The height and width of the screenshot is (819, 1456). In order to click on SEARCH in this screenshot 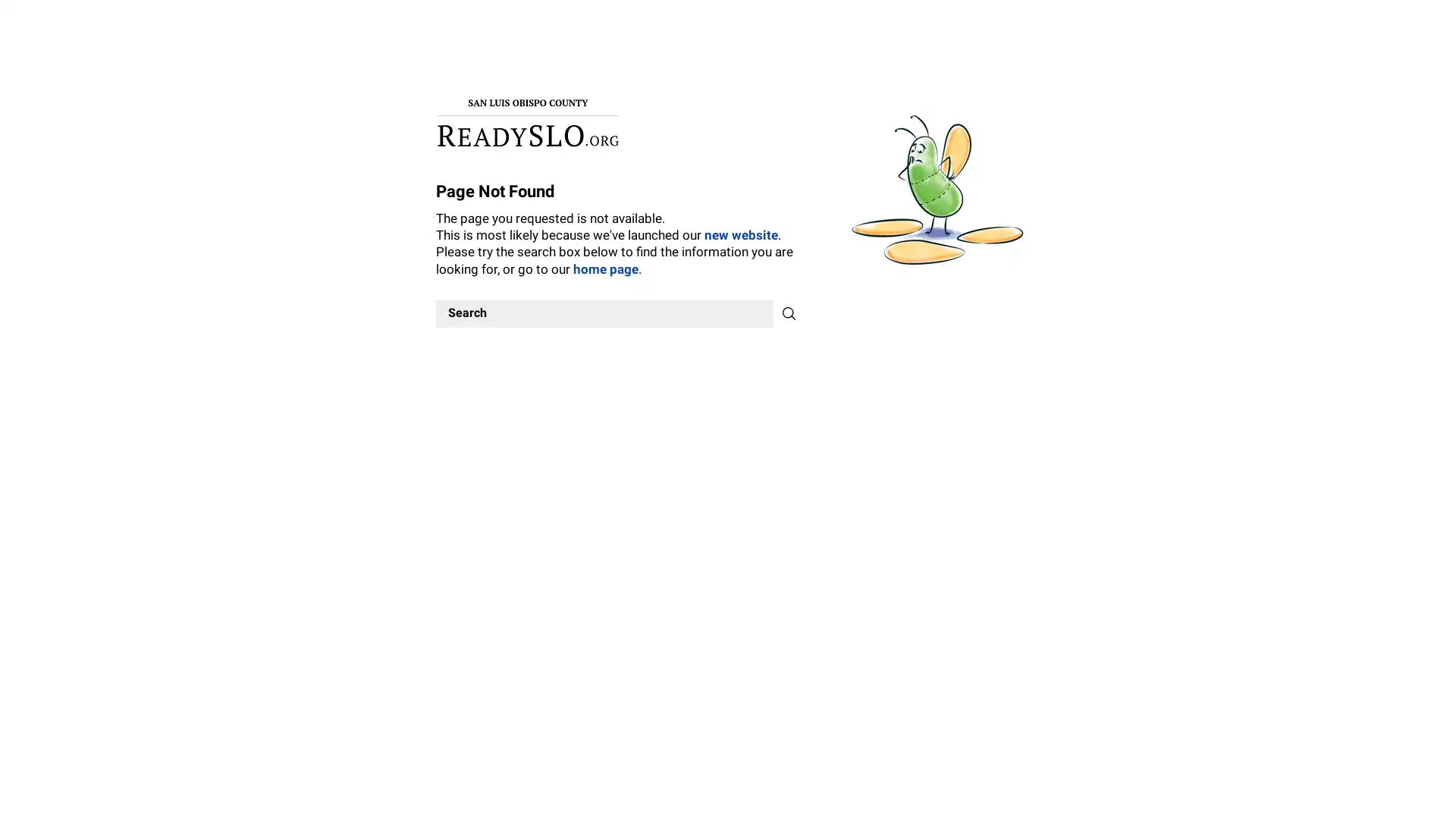, I will do `click(789, 312)`.